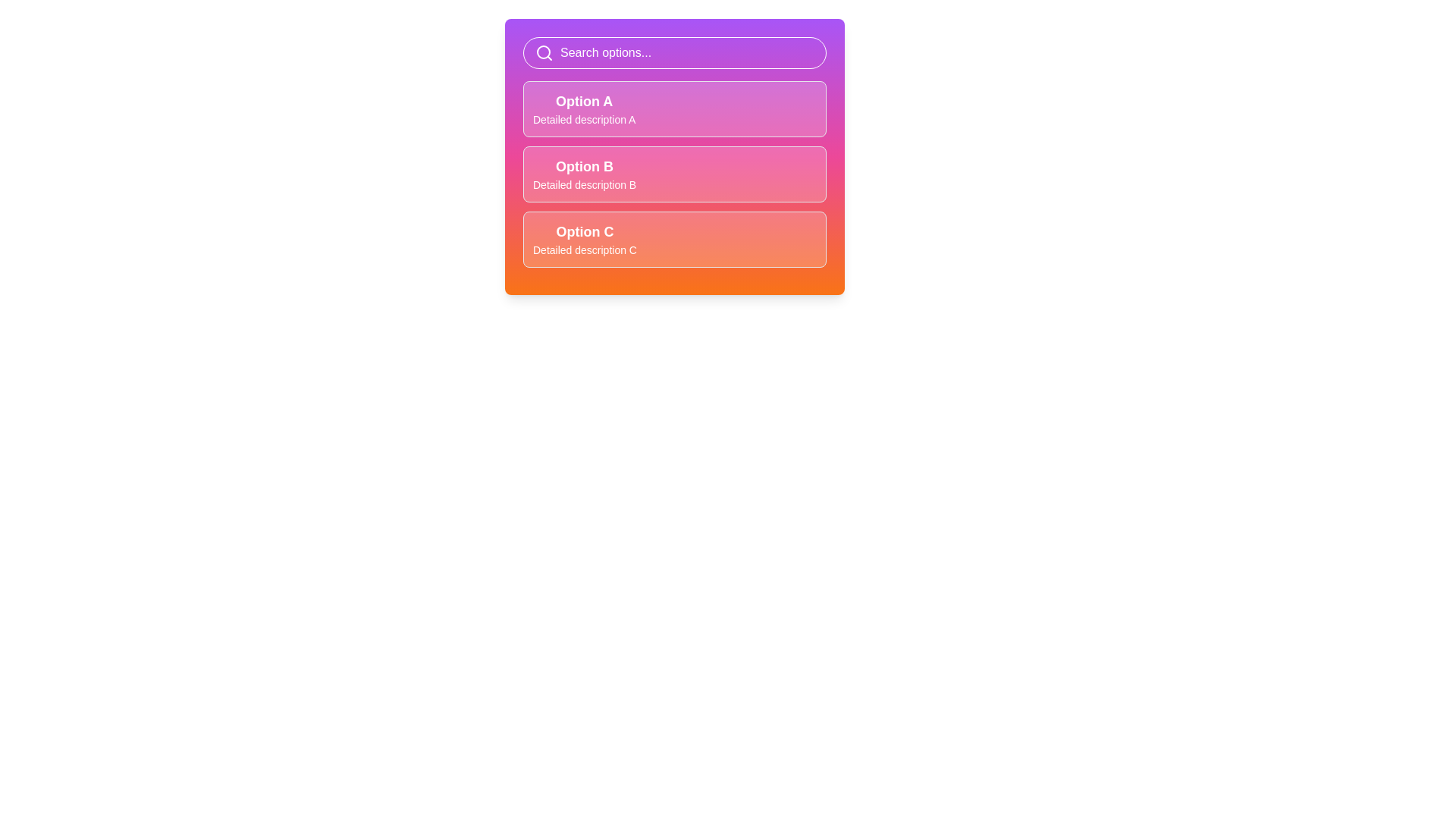  Describe the element at coordinates (584, 239) in the screenshot. I see `the text block labeled 'Option C' which features a bold heading and a smaller descriptive text, located at the bottom of the third card in a vertical list of options` at that location.